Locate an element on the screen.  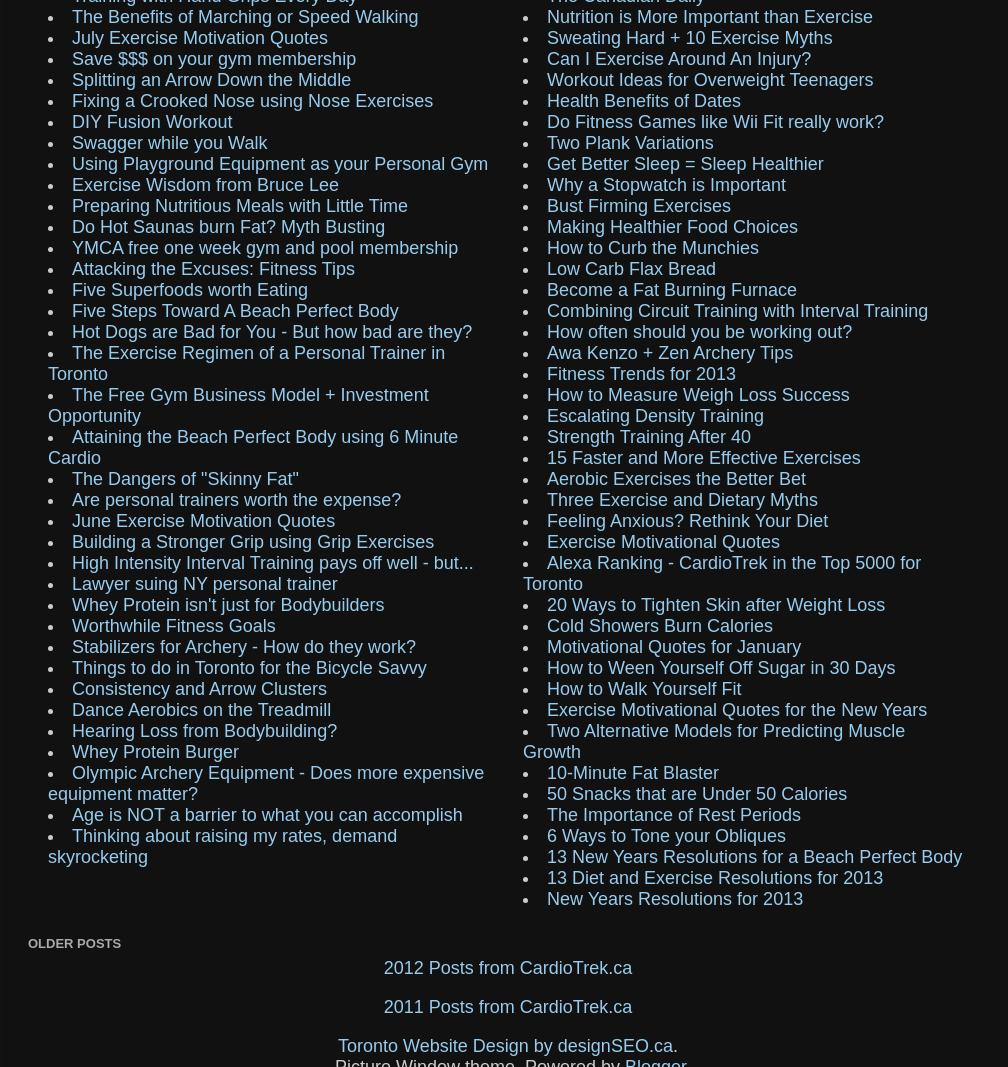
'Are personal trainers worth the expense?' is located at coordinates (236, 498).